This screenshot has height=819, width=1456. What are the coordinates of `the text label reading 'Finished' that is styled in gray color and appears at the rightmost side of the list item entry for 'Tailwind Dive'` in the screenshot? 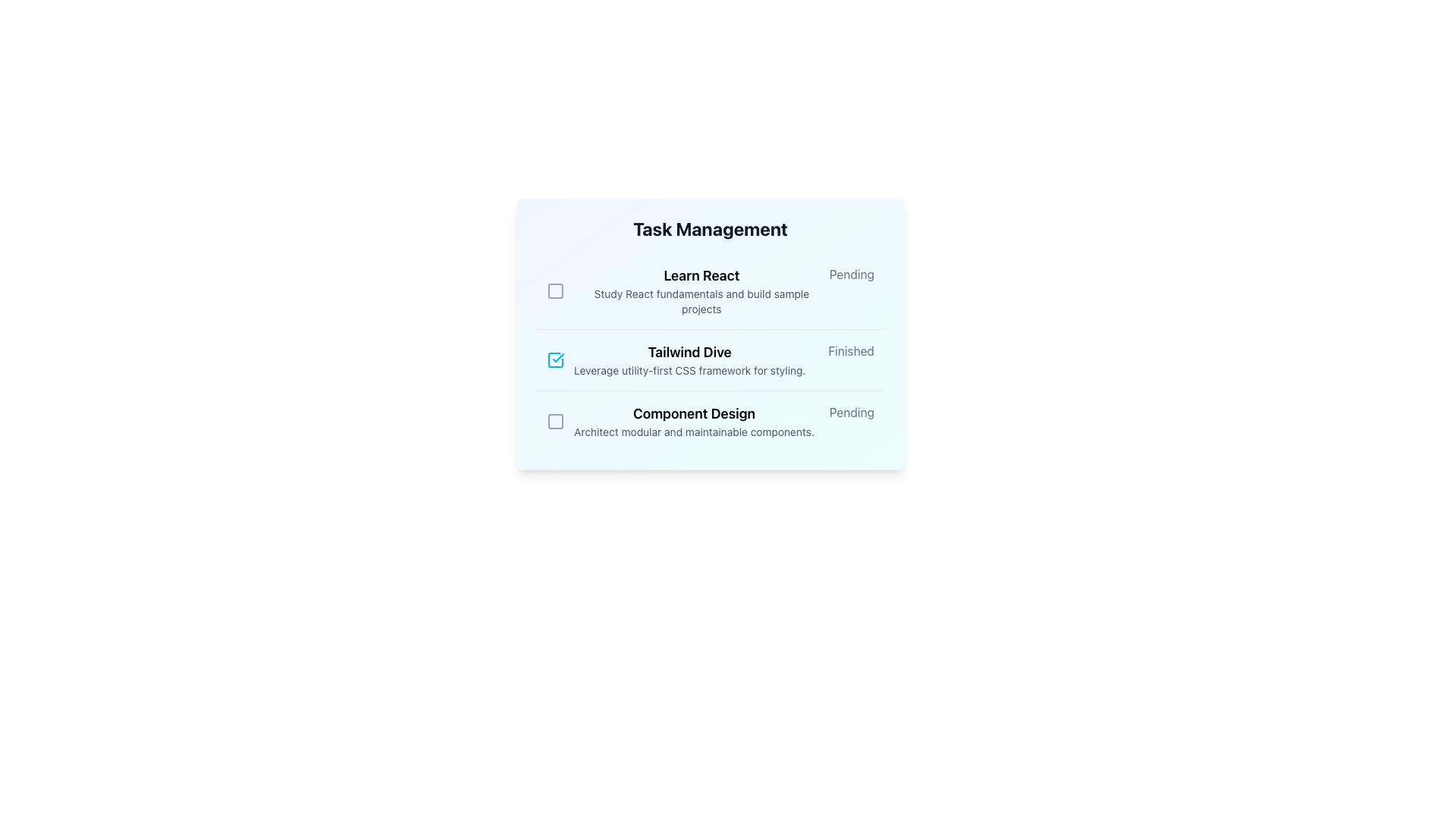 It's located at (851, 350).